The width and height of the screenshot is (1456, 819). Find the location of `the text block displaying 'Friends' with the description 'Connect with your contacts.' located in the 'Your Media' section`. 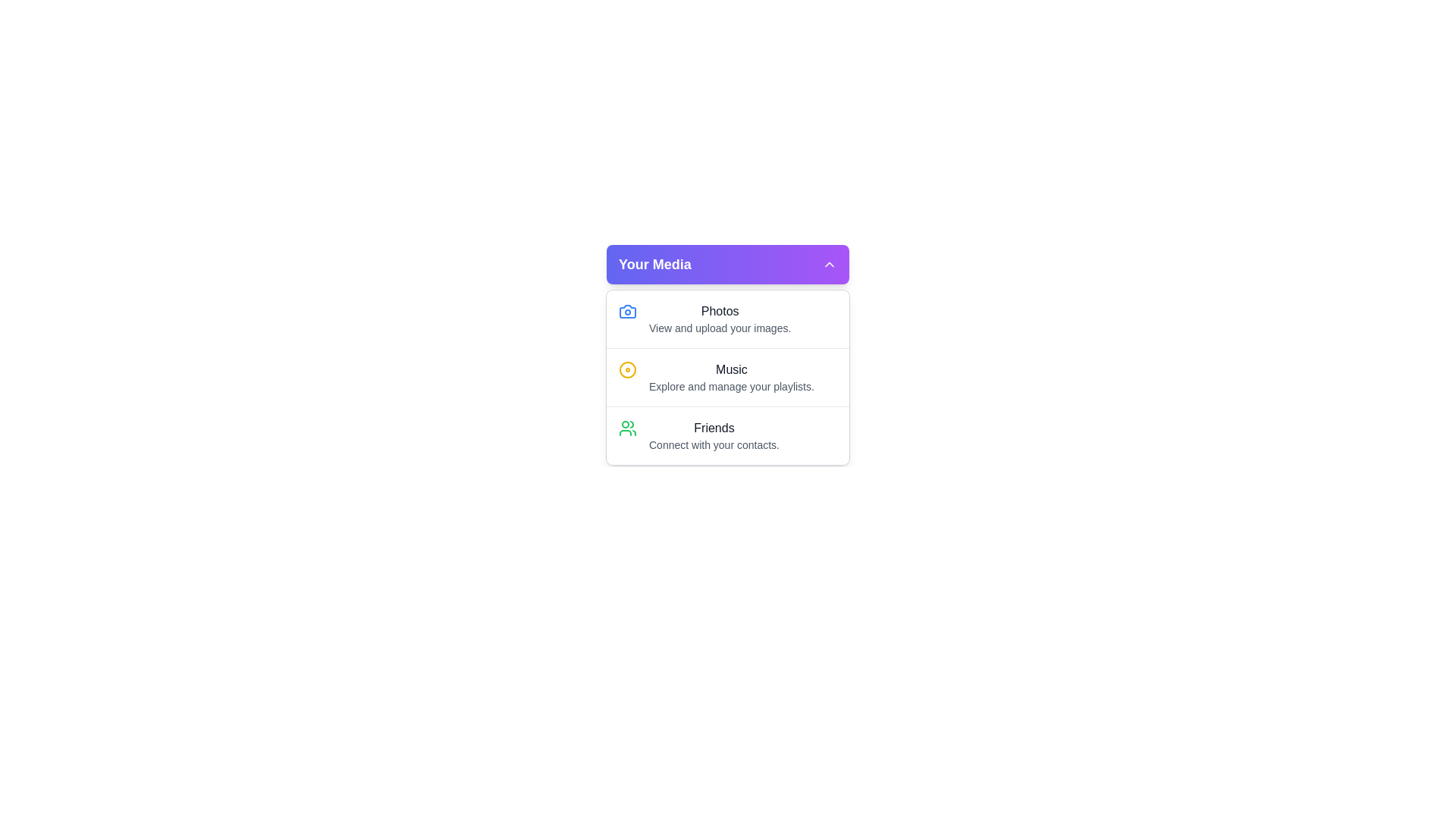

the text block displaying 'Friends' with the description 'Connect with your contacts.' located in the 'Your Media' section is located at coordinates (713, 435).